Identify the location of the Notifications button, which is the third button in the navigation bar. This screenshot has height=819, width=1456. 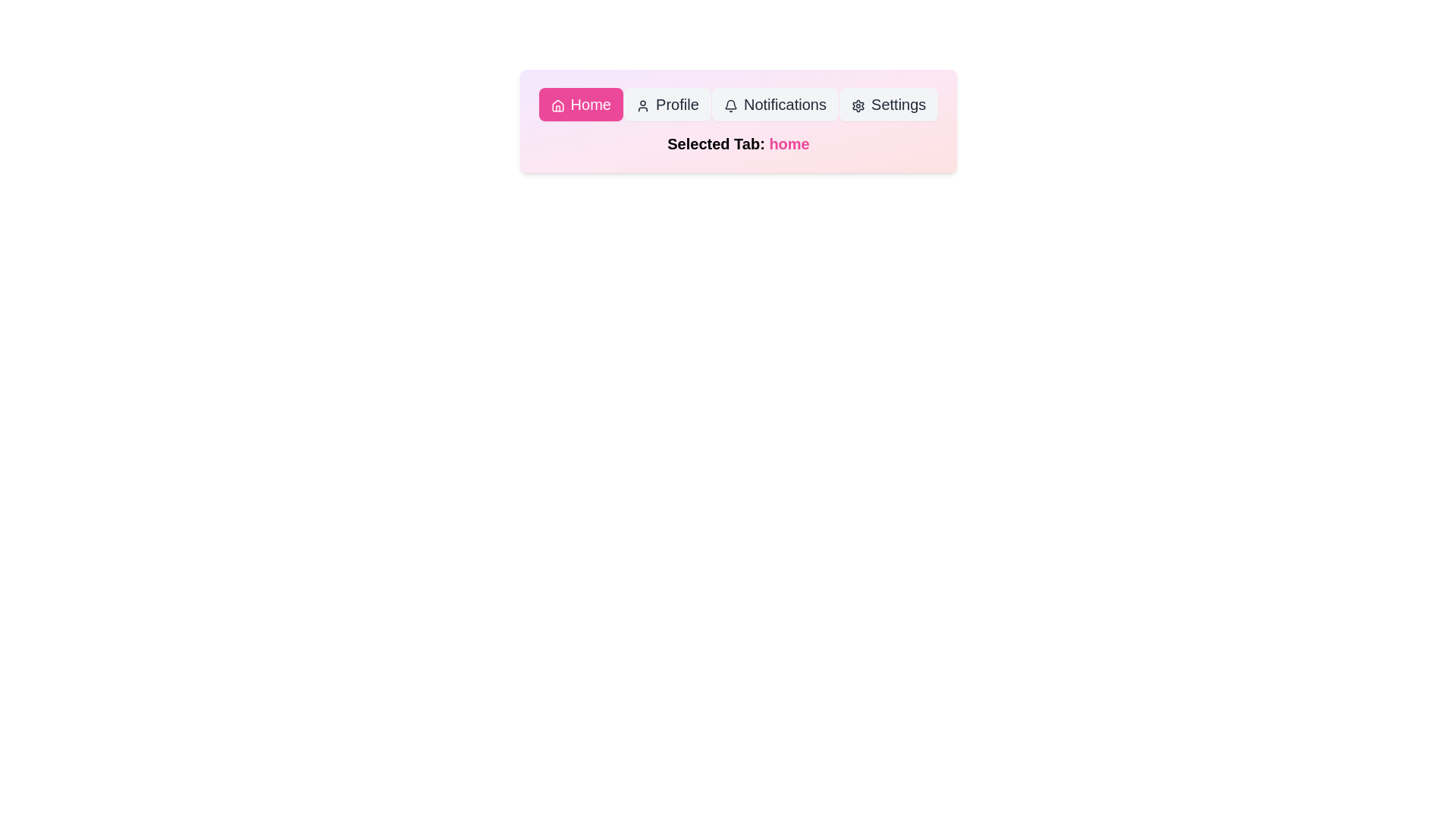
(775, 104).